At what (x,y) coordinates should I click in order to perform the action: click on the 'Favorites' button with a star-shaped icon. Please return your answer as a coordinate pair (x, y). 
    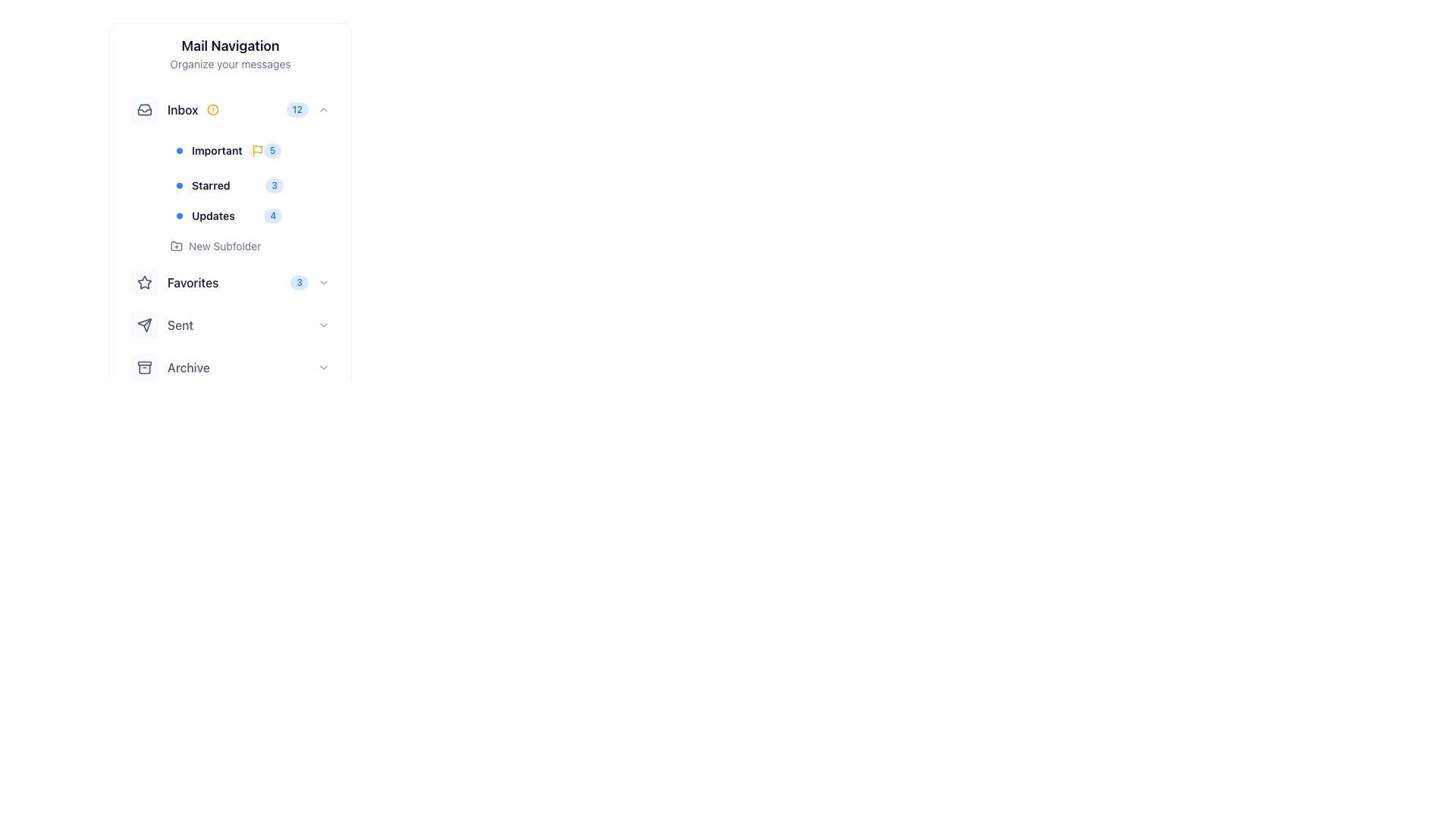
    Looking at the image, I should click on (174, 283).